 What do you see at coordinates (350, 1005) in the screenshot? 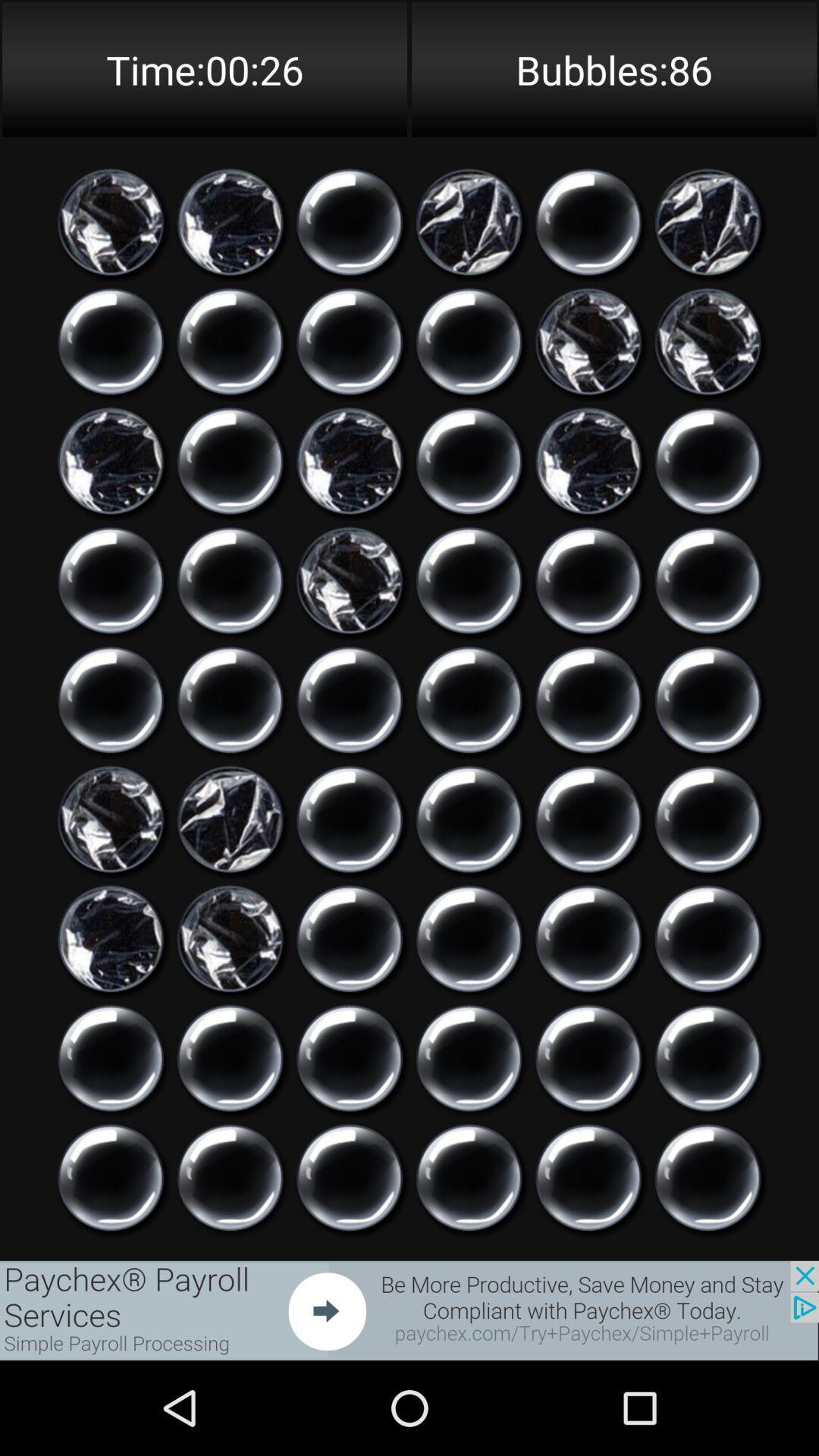
I see `the refresh icon` at bounding box center [350, 1005].